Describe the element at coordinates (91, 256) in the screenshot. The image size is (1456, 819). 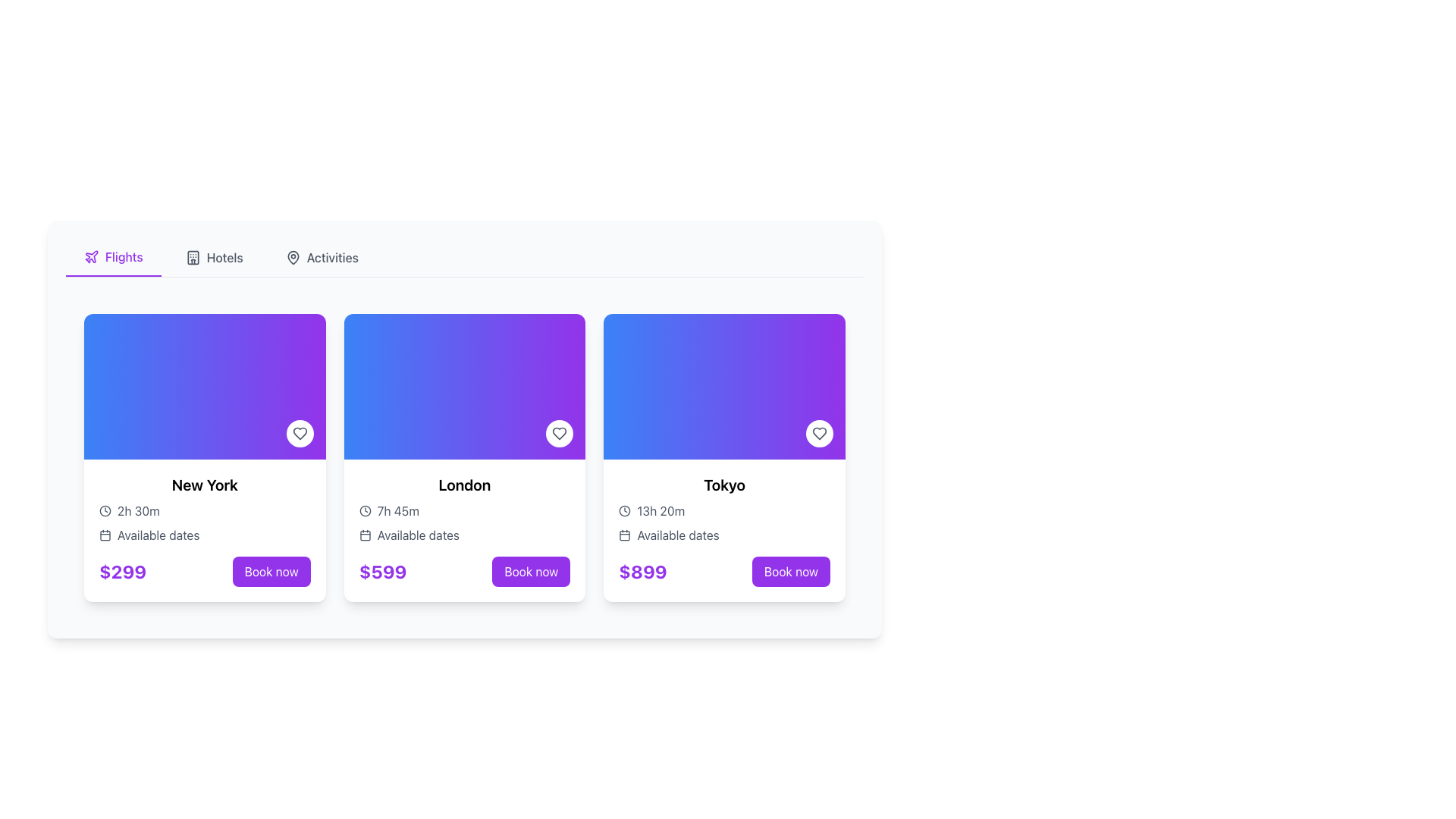
I see `the airplane icon located in the 'Flights' tab, which is styled in purple and positioned towards the top left of the interface` at that location.